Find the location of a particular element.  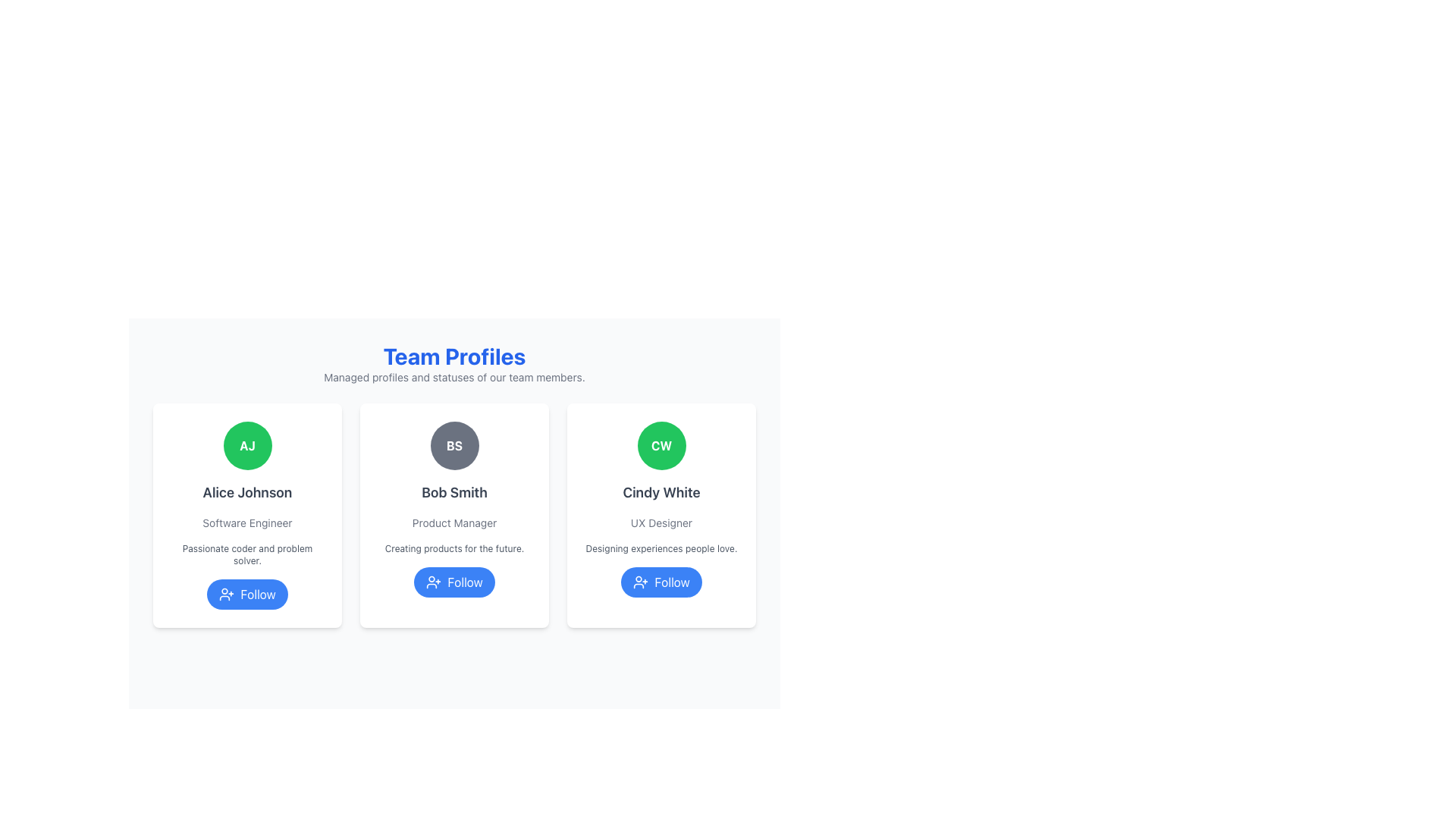

the circular icon indicating the purpose of the 'Follow' button, located to the left of the 'Follow' button text in the bottom section of the rightmost profile card is located at coordinates (641, 581).